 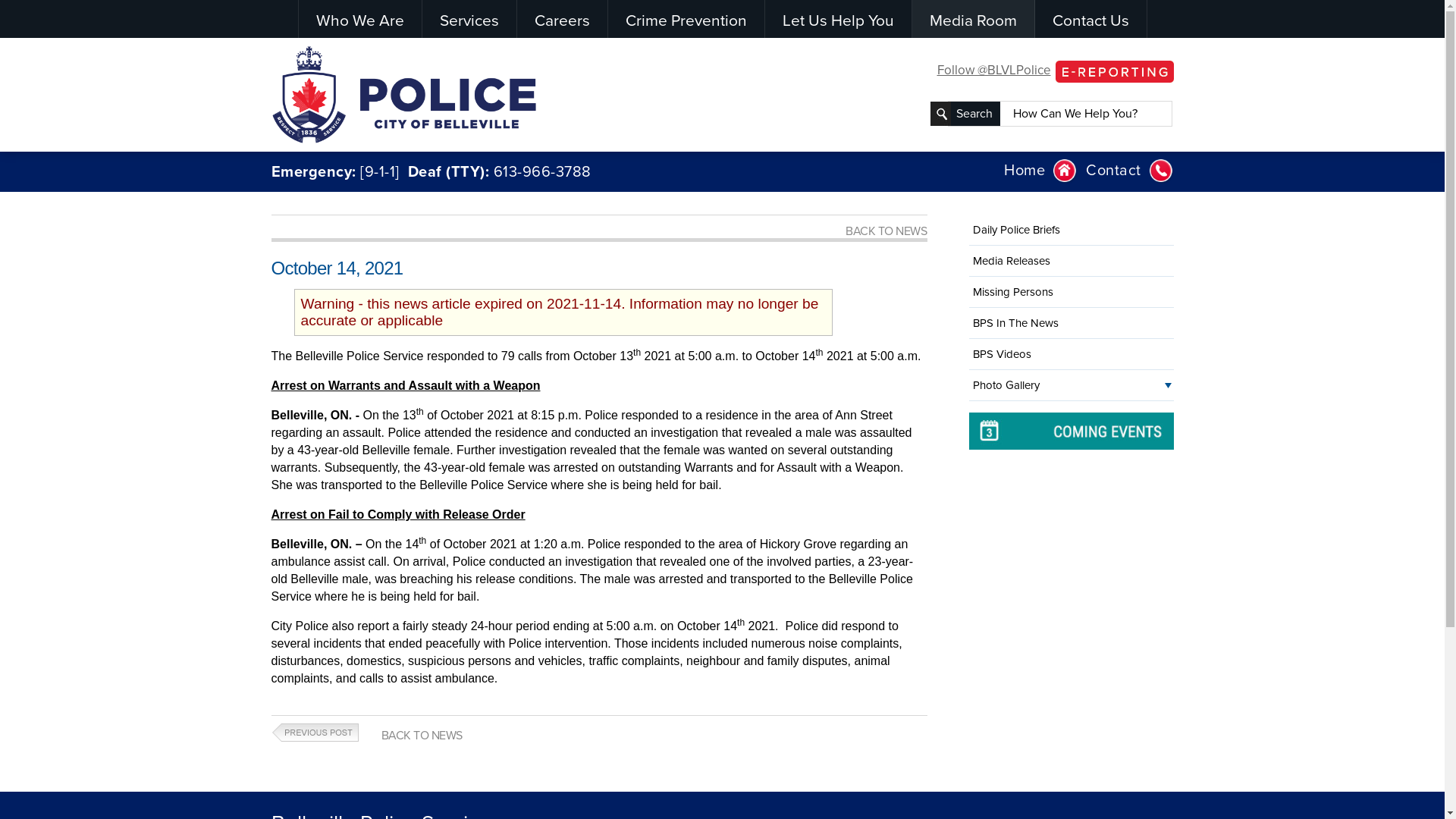 I want to click on 'How Can We Help You?', so click(x=1087, y=112).